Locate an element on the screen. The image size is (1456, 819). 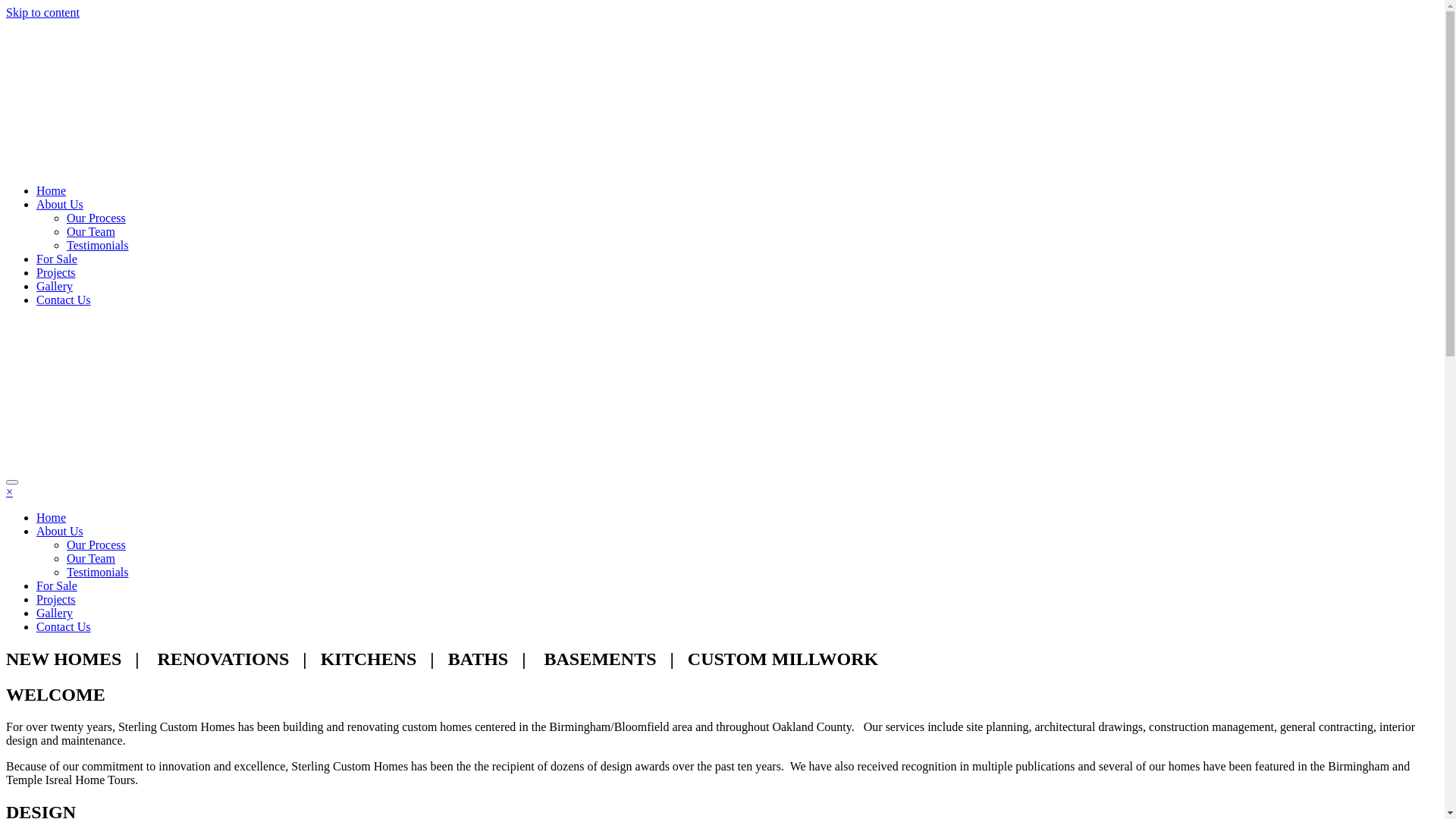
'Our Process' is located at coordinates (95, 218).